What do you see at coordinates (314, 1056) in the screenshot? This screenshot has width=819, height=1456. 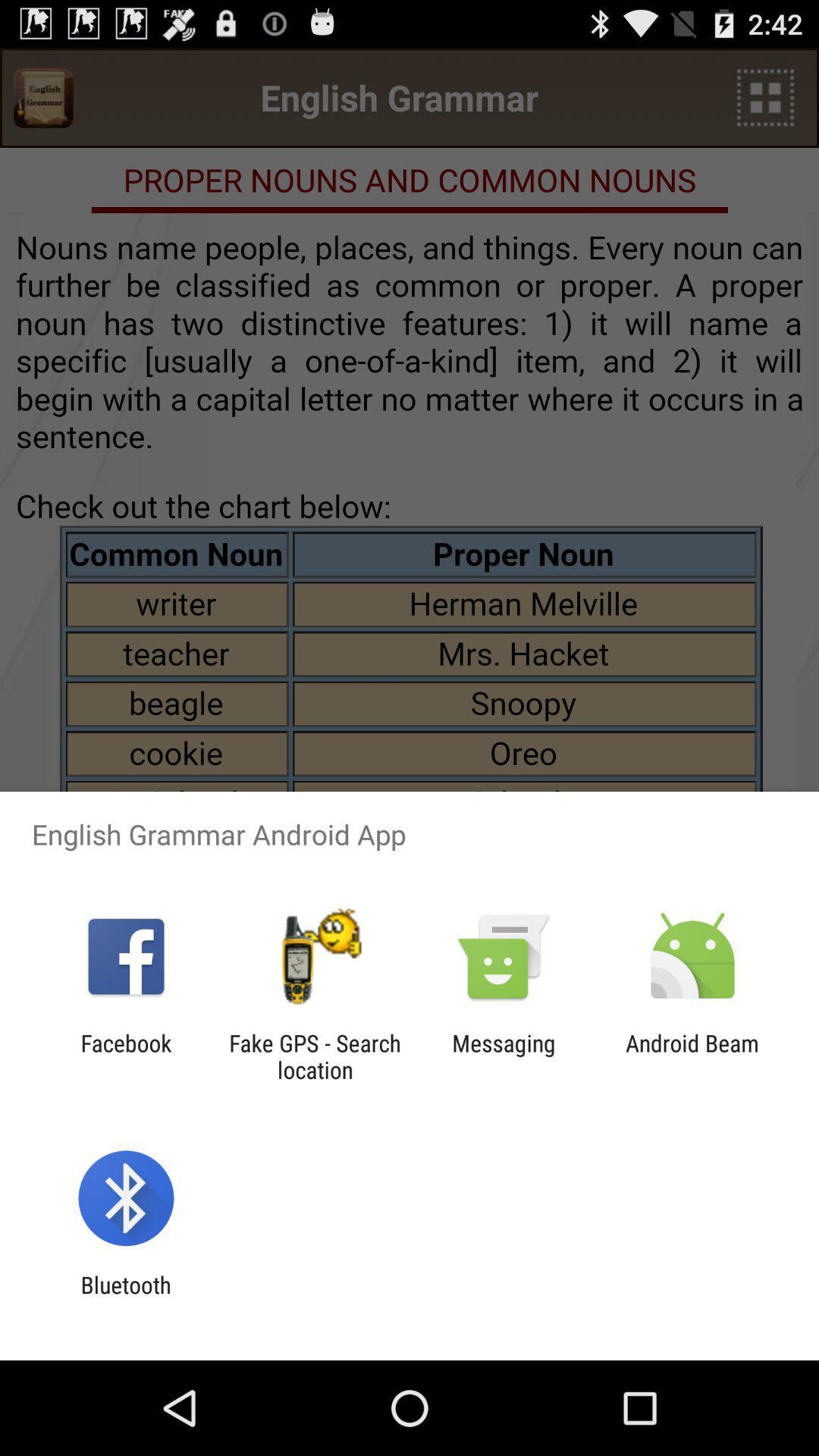 I see `the fake gps search app` at bounding box center [314, 1056].